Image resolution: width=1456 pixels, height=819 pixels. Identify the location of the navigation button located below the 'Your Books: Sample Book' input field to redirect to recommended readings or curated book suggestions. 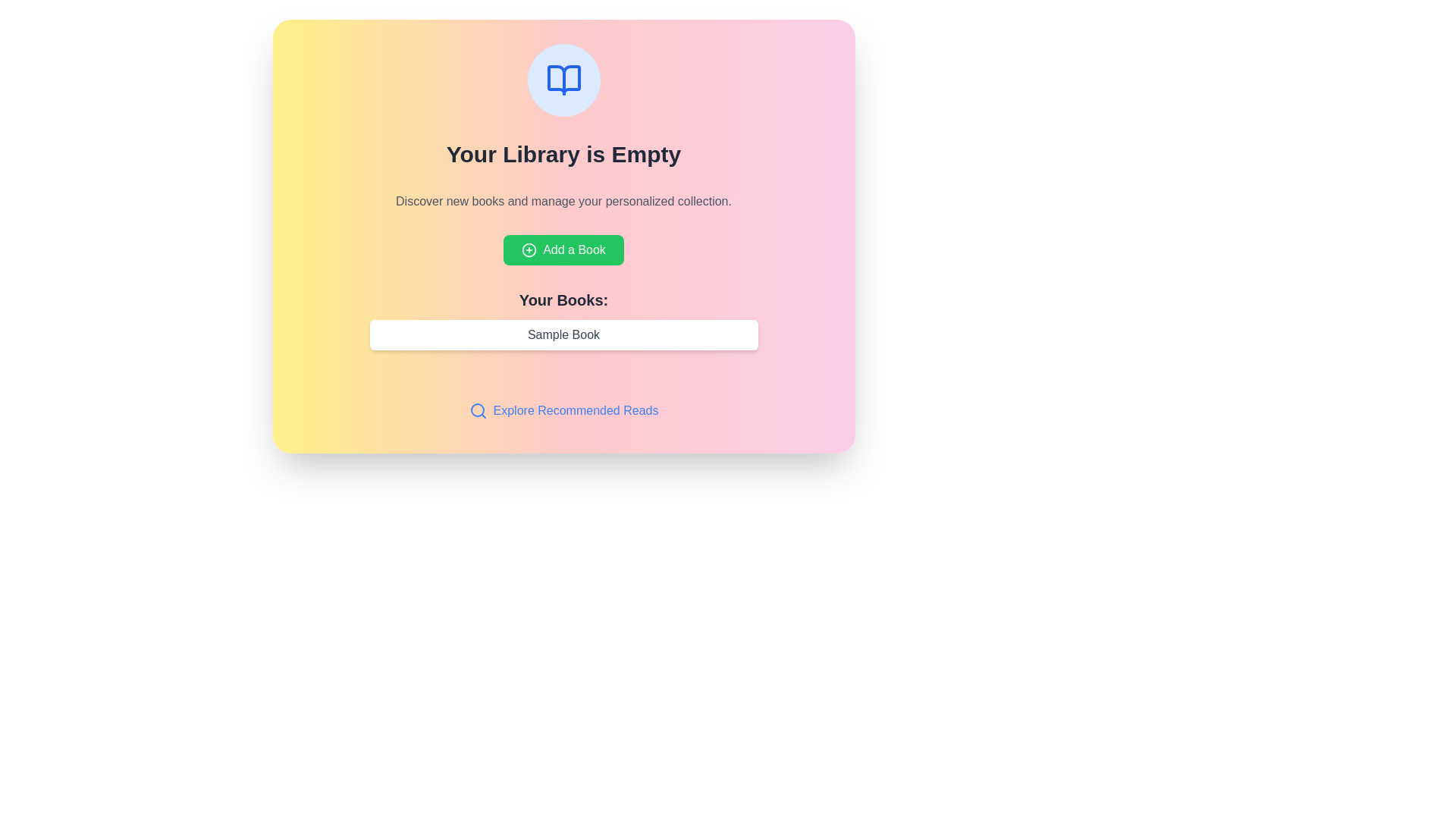
(563, 411).